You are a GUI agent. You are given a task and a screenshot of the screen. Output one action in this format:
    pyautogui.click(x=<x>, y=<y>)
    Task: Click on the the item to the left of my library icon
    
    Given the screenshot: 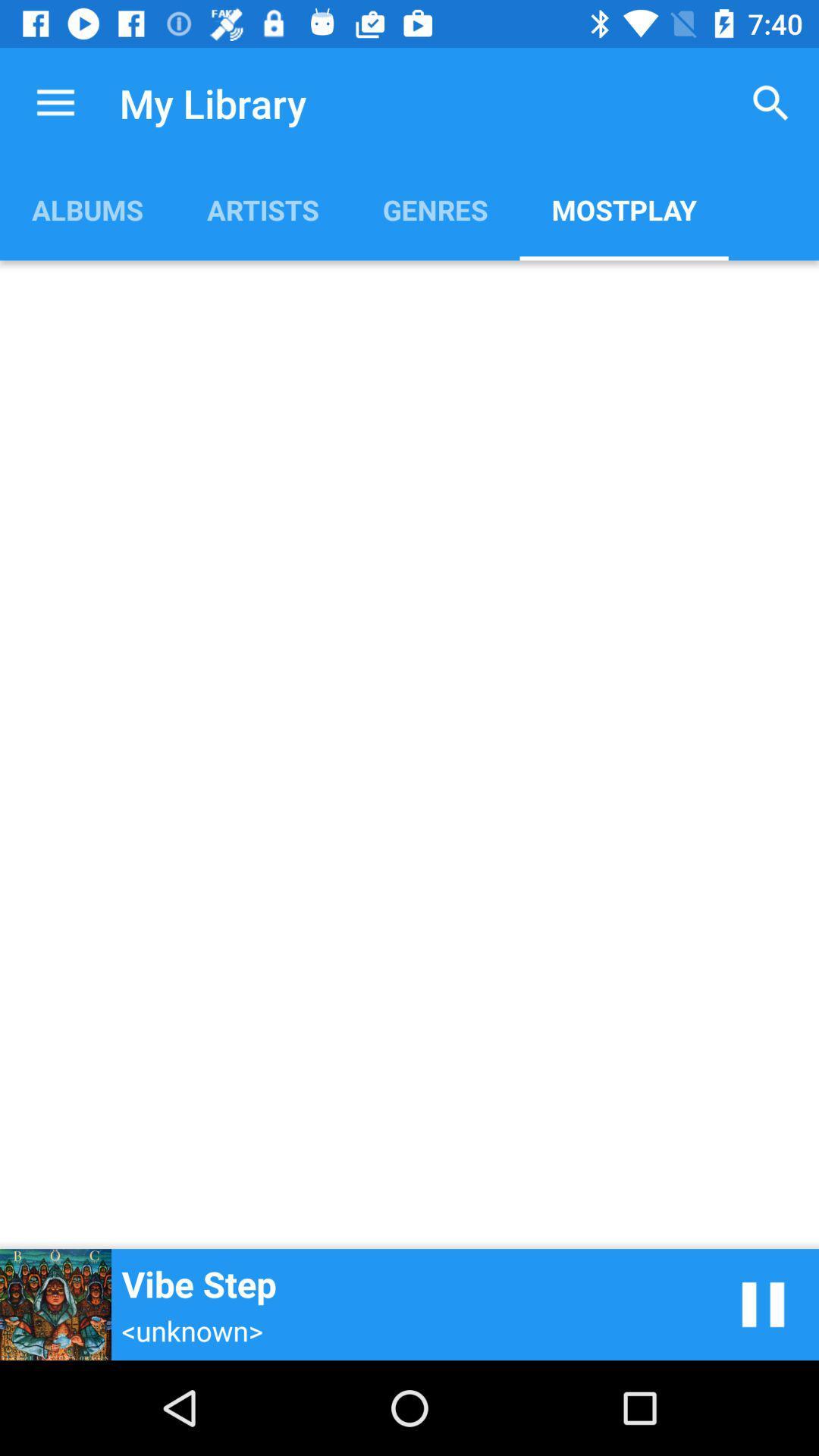 What is the action you would take?
    pyautogui.click(x=55, y=102)
    